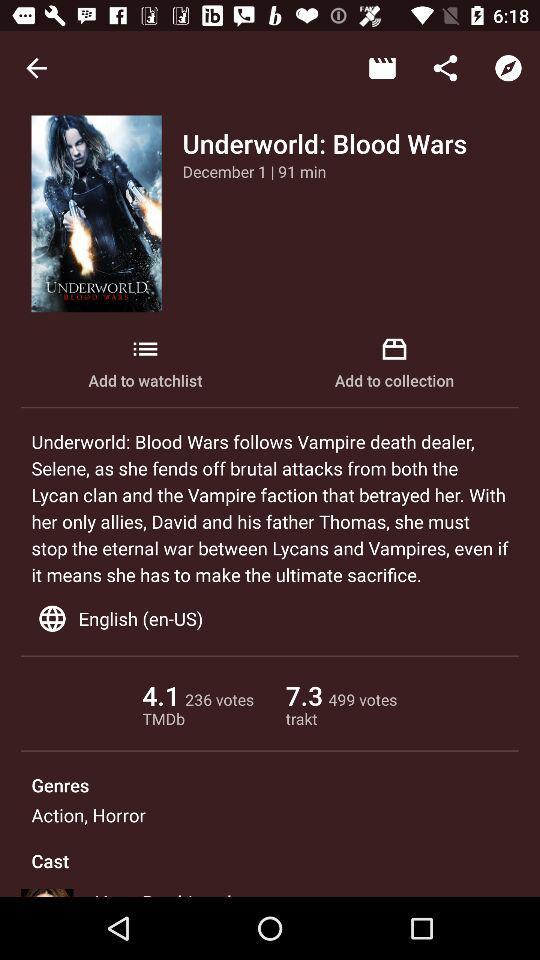  What do you see at coordinates (87, 815) in the screenshot?
I see `the action, horror` at bounding box center [87, 815].